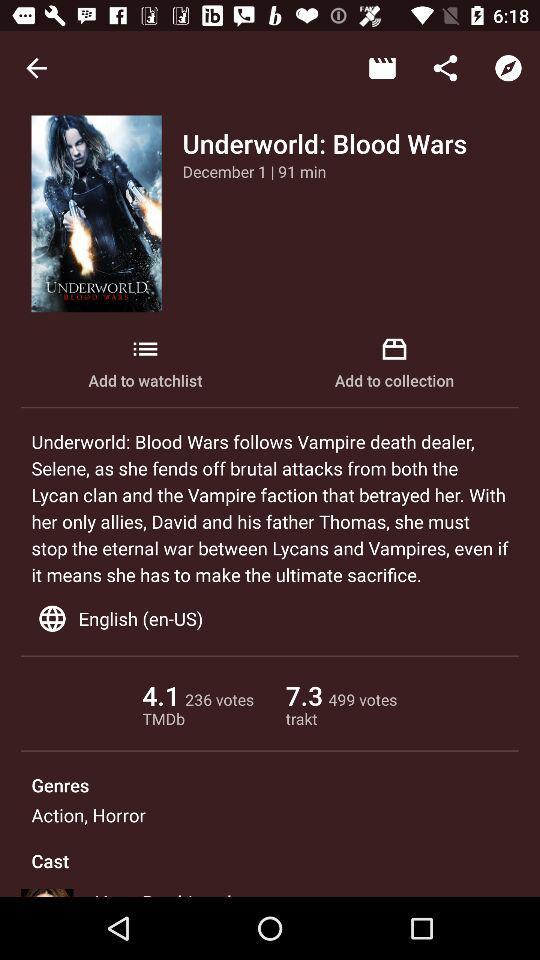  What do you see at coordinates (87, 815) in the screenshot?
I see `the action, horror` at bounding box center [87, 815].